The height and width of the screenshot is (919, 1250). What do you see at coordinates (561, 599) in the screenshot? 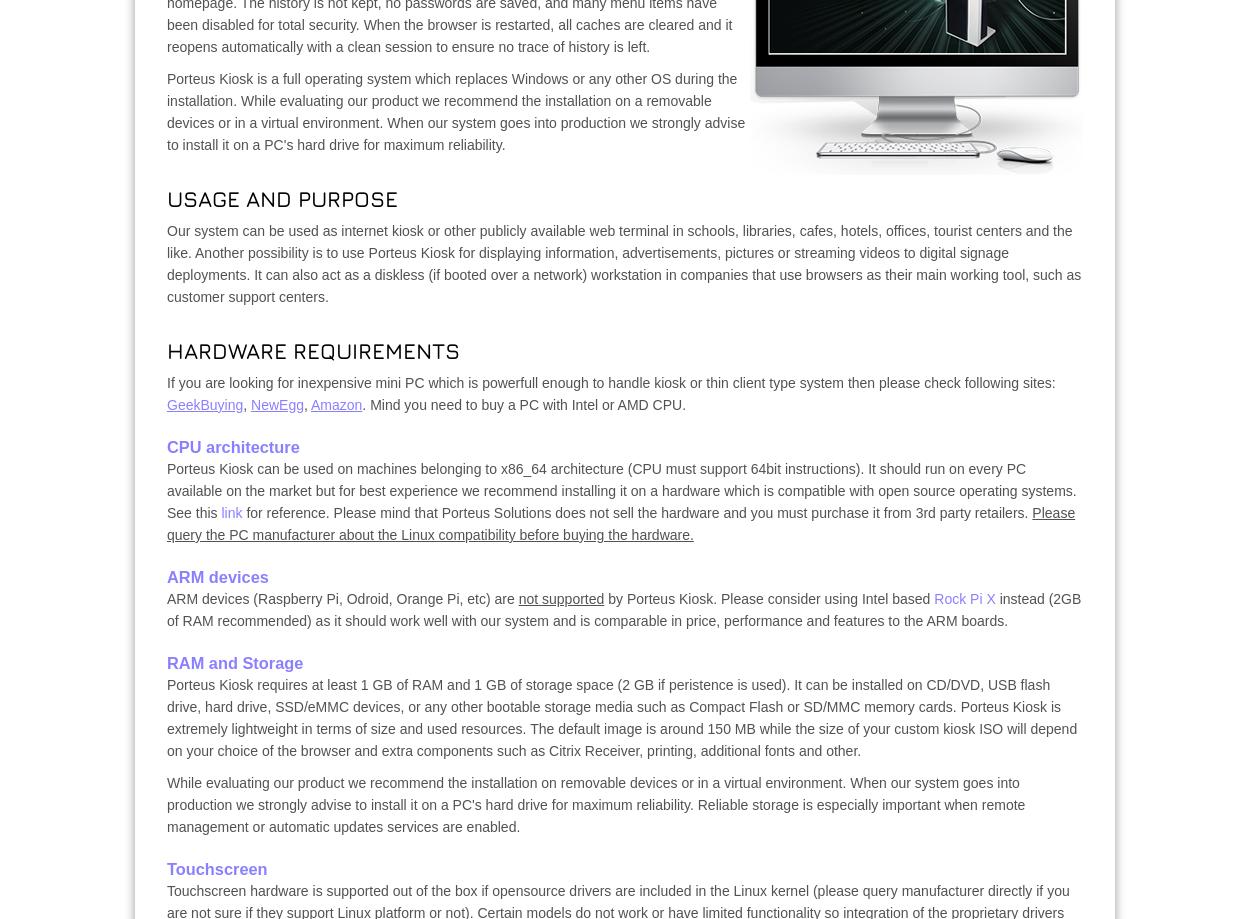
I see `'not supported'` at bounding box center [561, 599].